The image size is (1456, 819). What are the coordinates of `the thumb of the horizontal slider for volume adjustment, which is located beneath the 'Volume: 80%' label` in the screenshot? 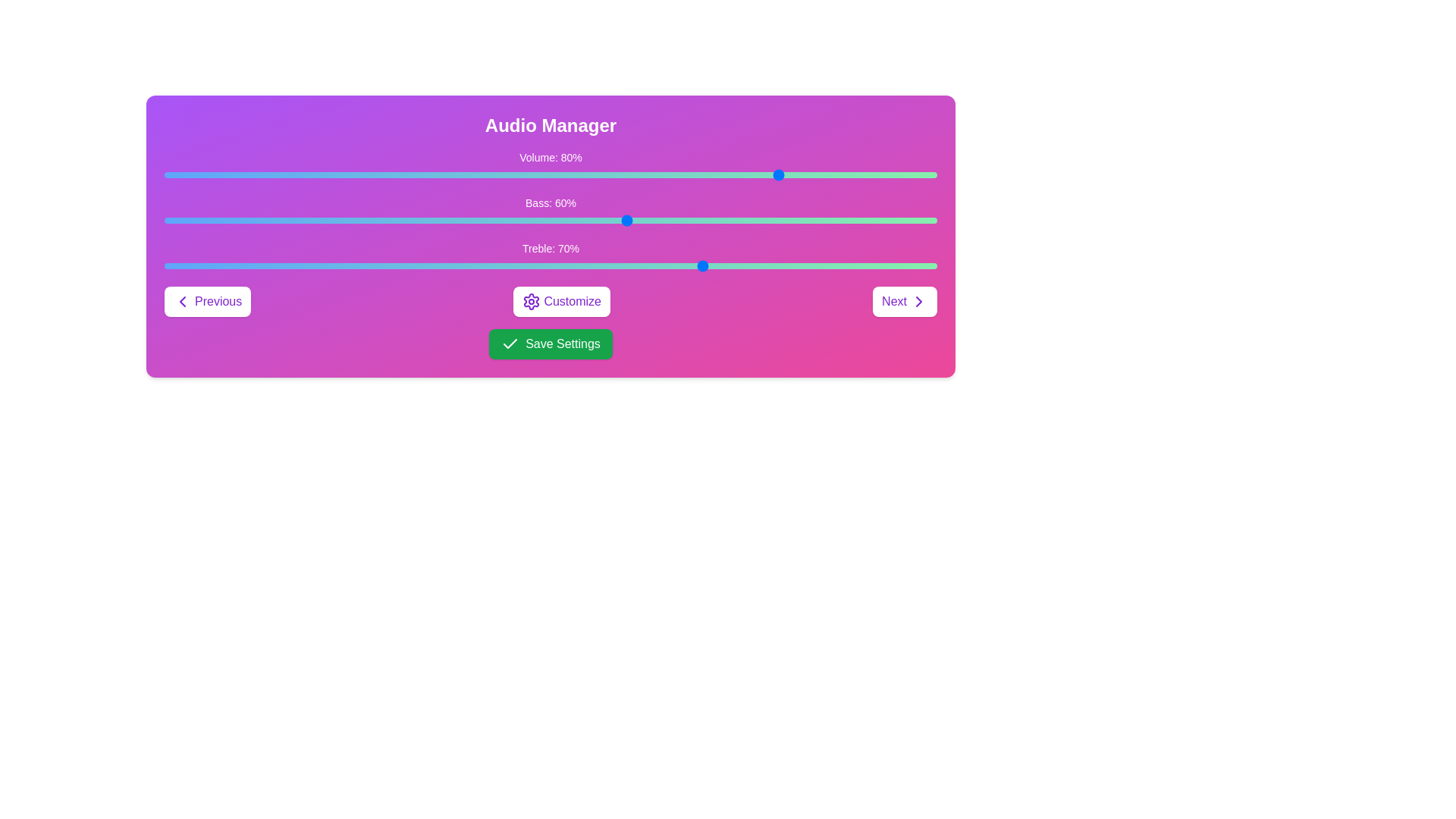 It's located at (550, 174).